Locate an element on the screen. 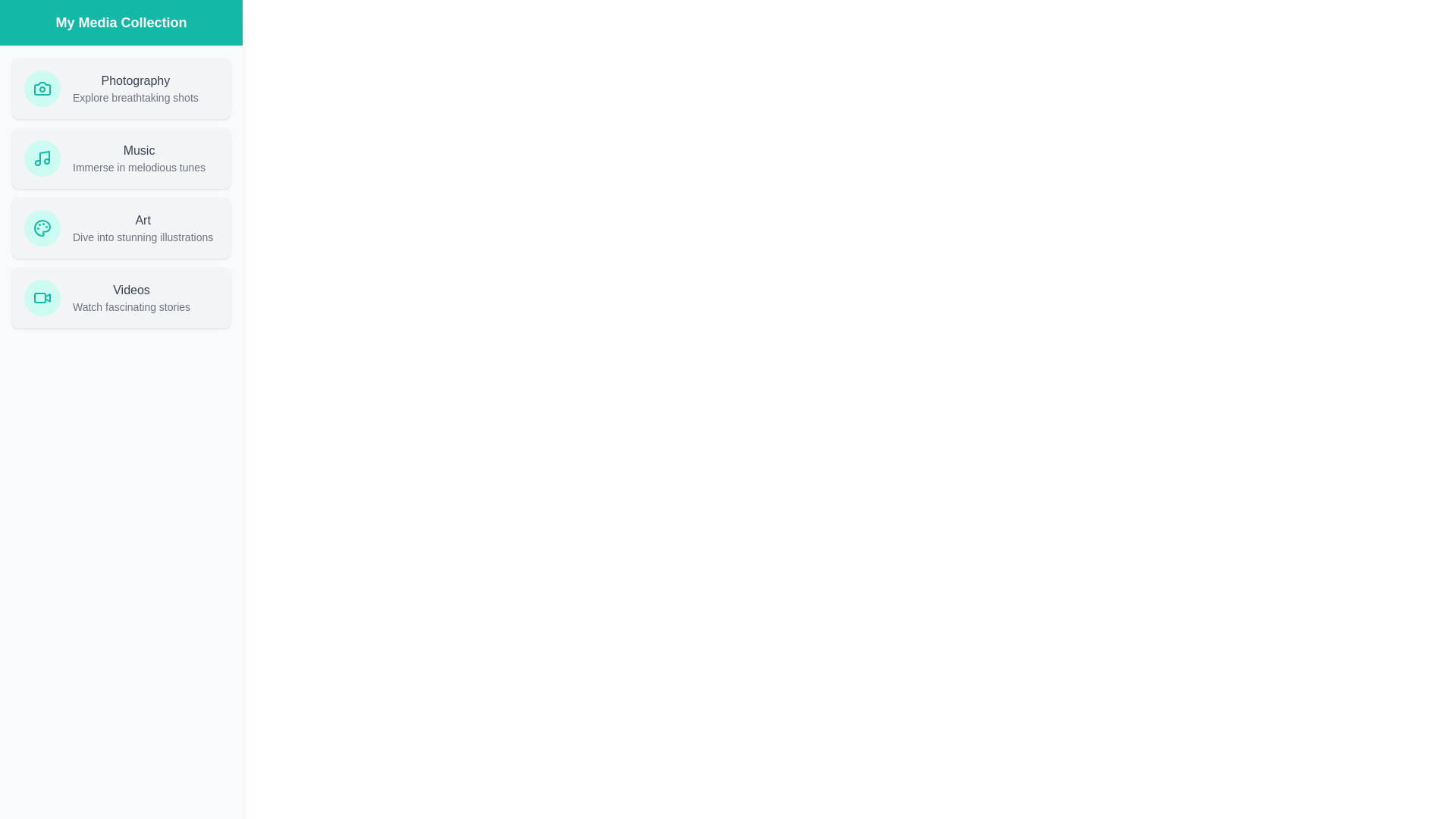 The width and height of the screenshot is (1456, 819). the media card representing Art is located at coordinates (120, 227).